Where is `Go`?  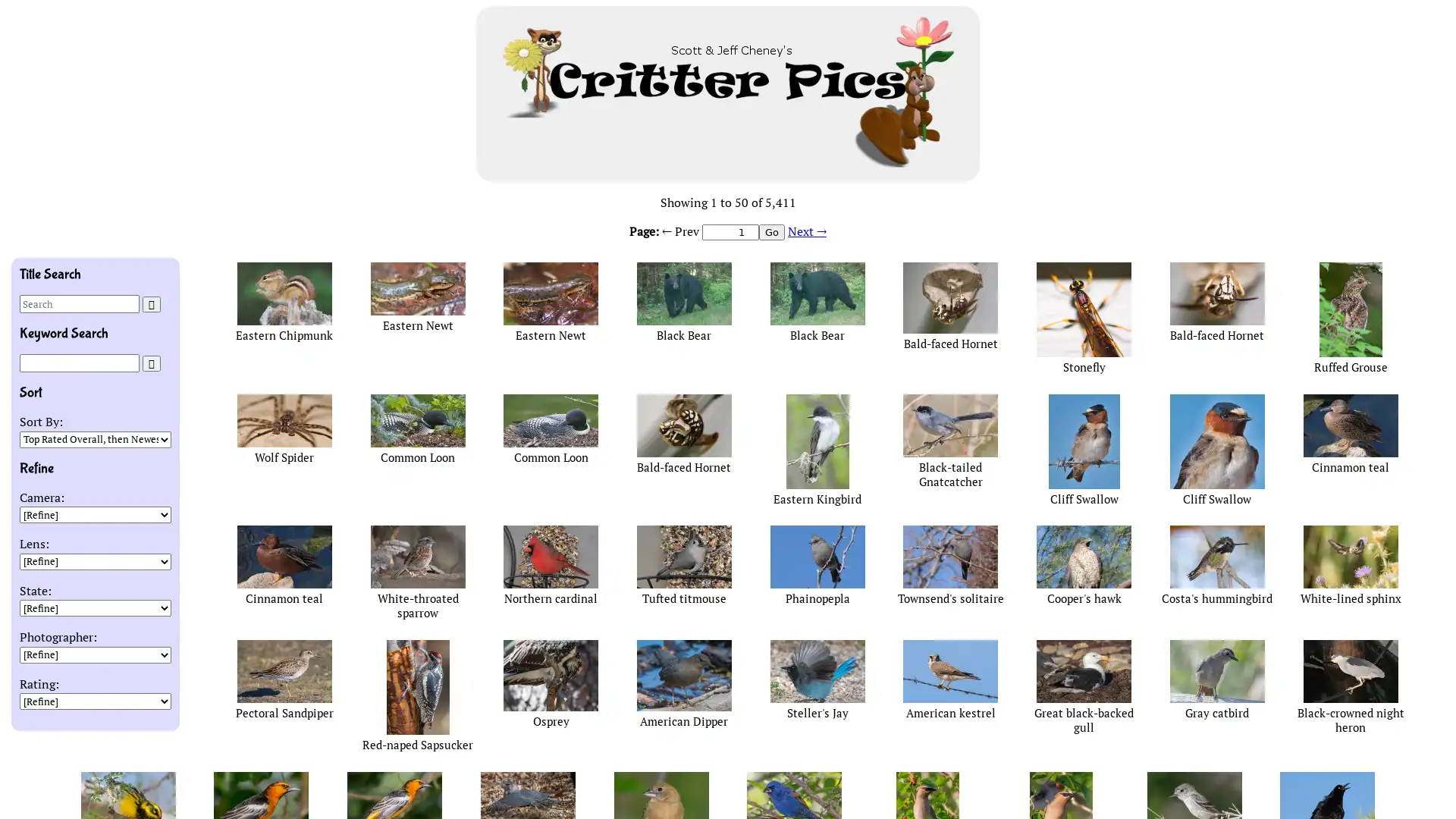
Go is located at coordinates (771, 232).